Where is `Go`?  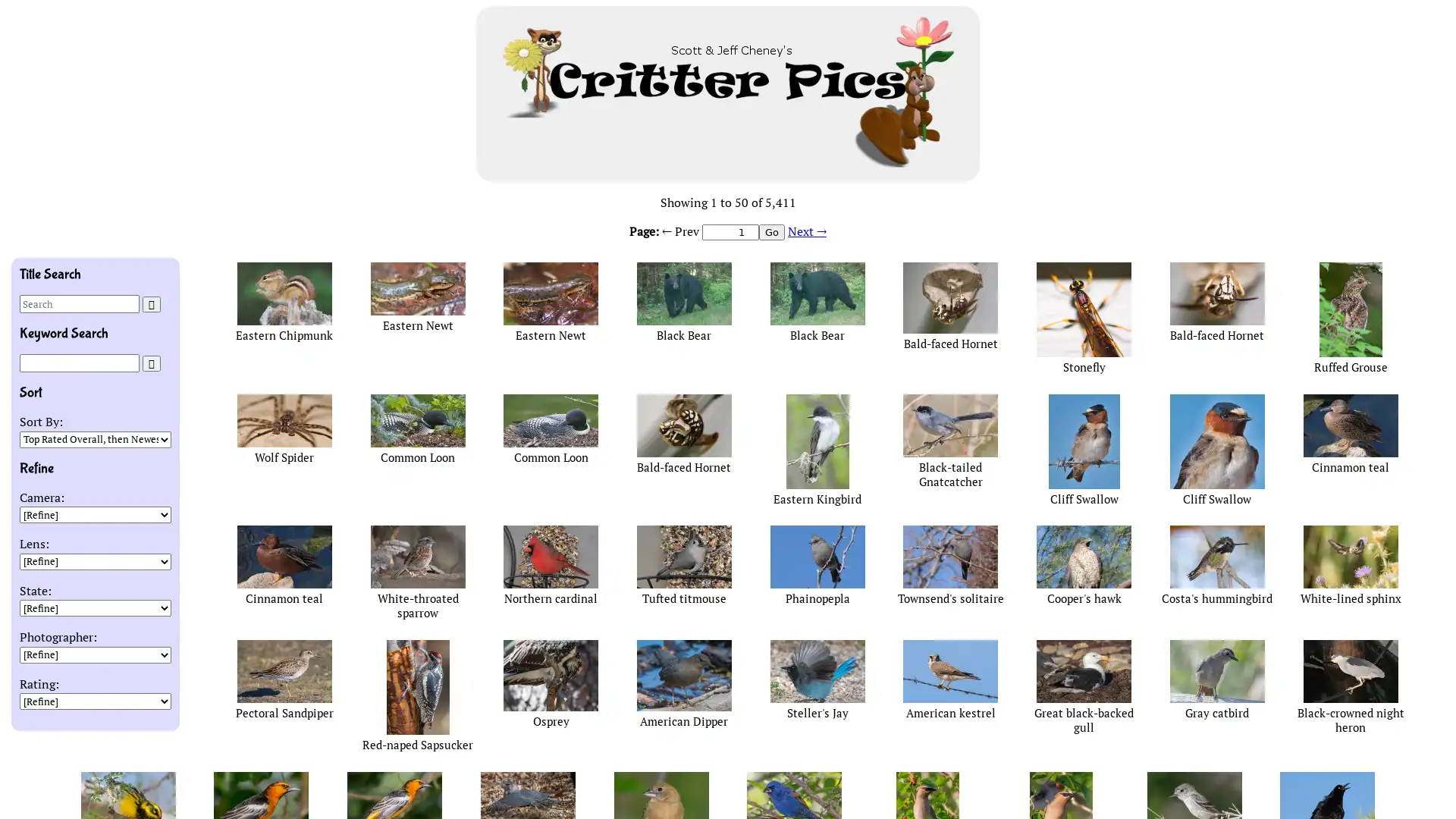
Go is located at coordinates (771, 232).